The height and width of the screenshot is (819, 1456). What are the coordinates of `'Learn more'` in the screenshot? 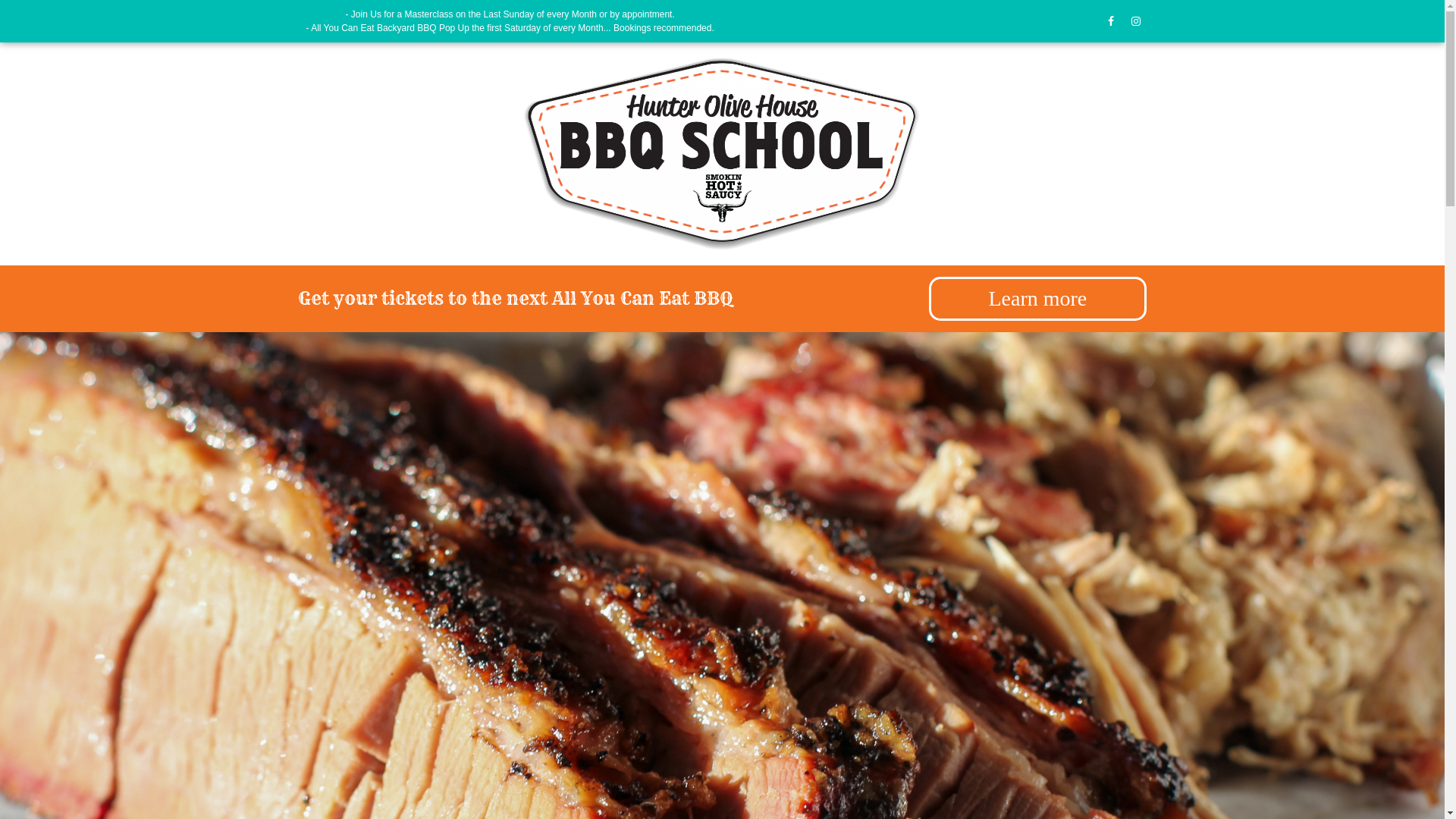 It's located at (1037, 298).